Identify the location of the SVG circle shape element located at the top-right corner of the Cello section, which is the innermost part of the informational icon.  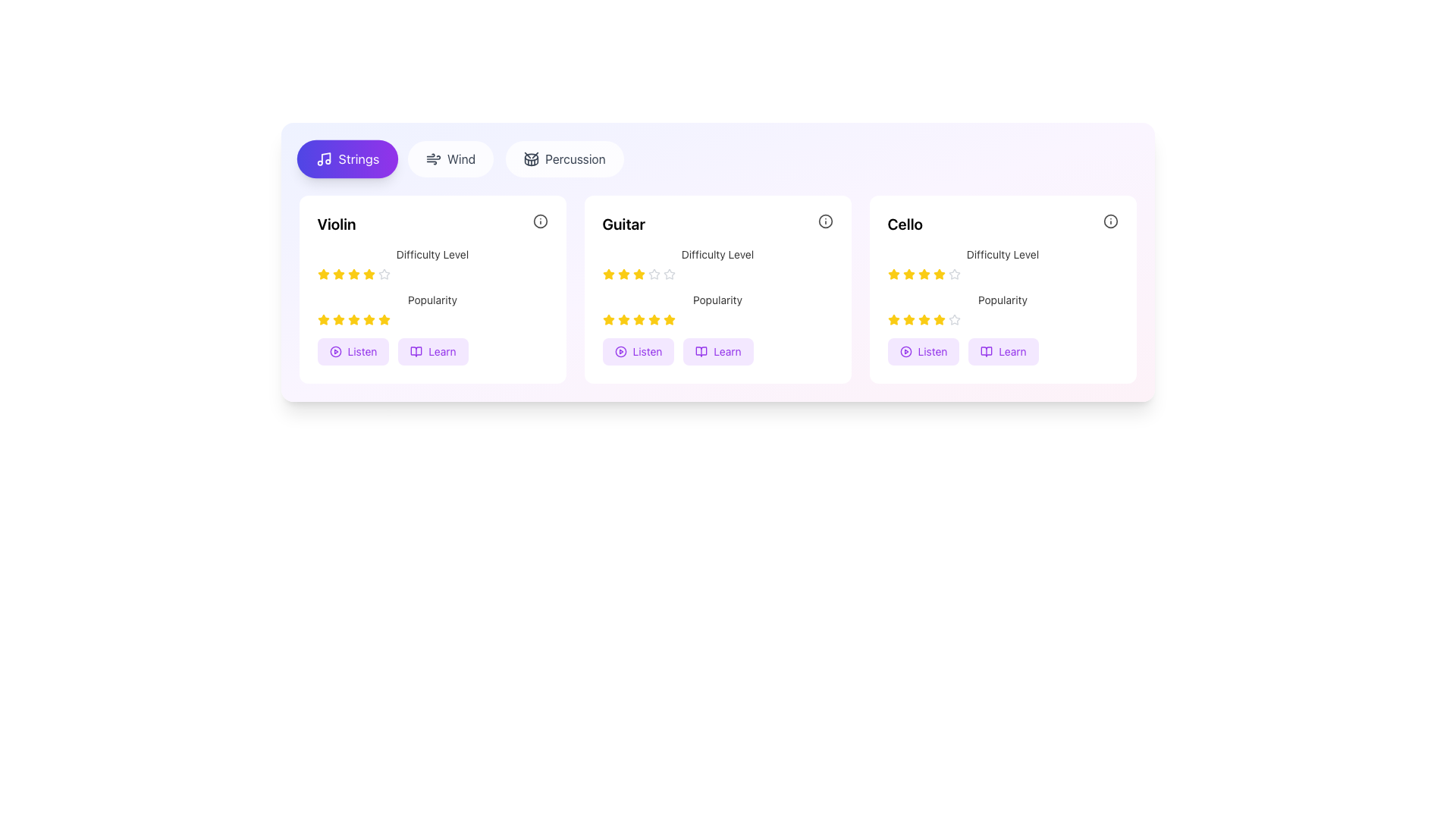
(1110, 221).